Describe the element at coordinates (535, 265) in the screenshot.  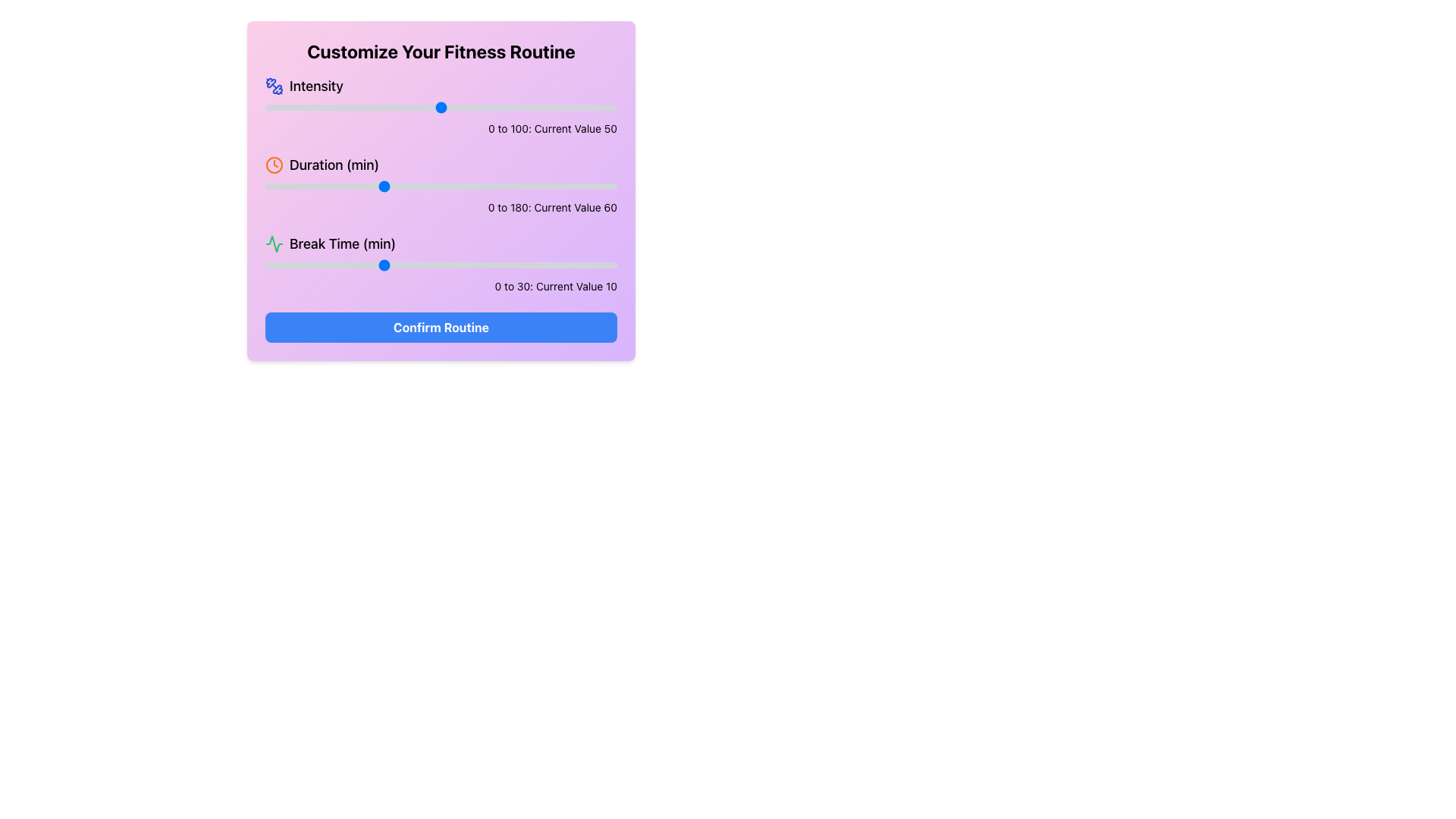
I see `the break time` at that location.